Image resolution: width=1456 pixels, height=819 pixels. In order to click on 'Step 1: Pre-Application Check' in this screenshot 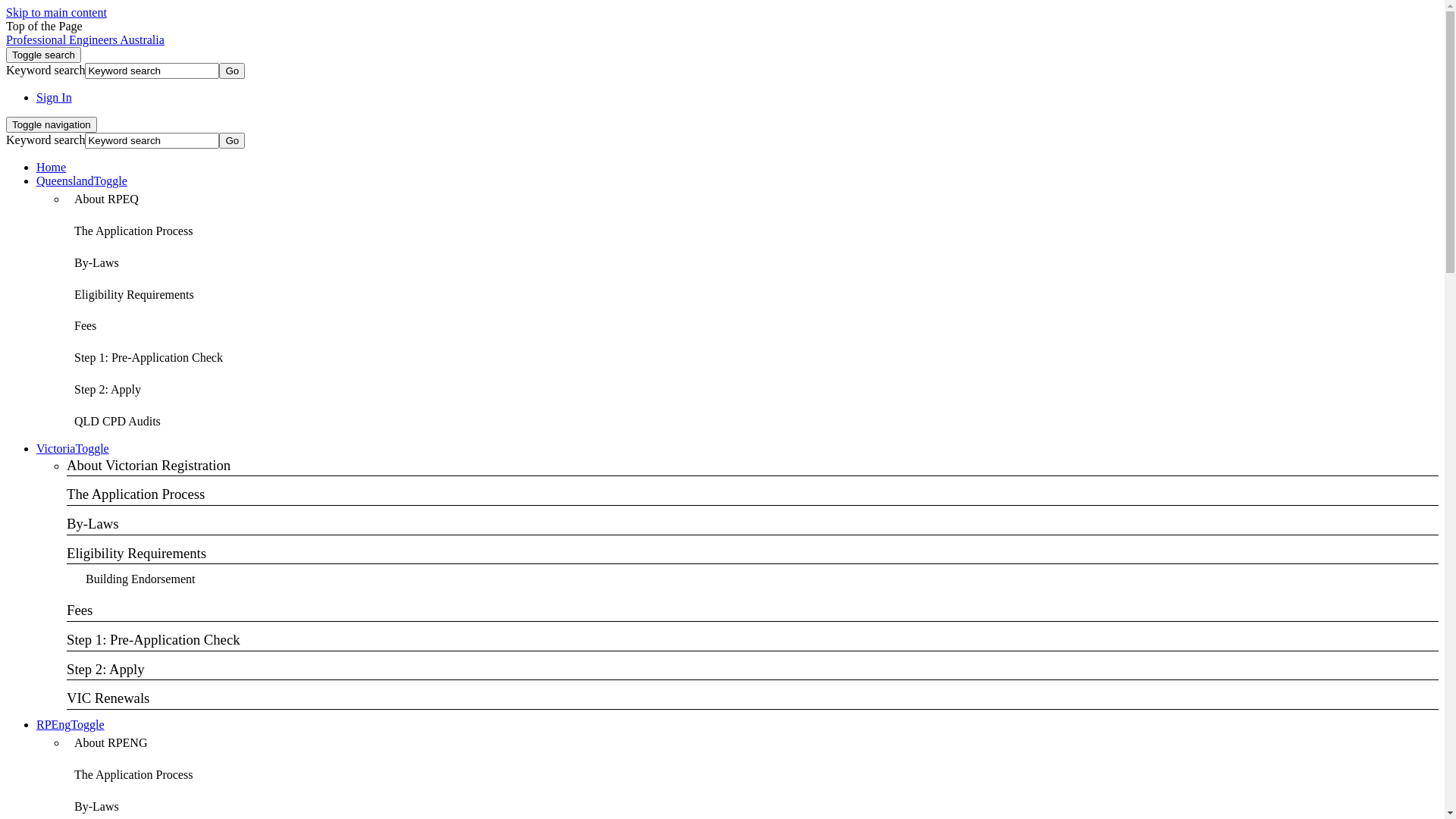, I will do `click(65, 358)`.